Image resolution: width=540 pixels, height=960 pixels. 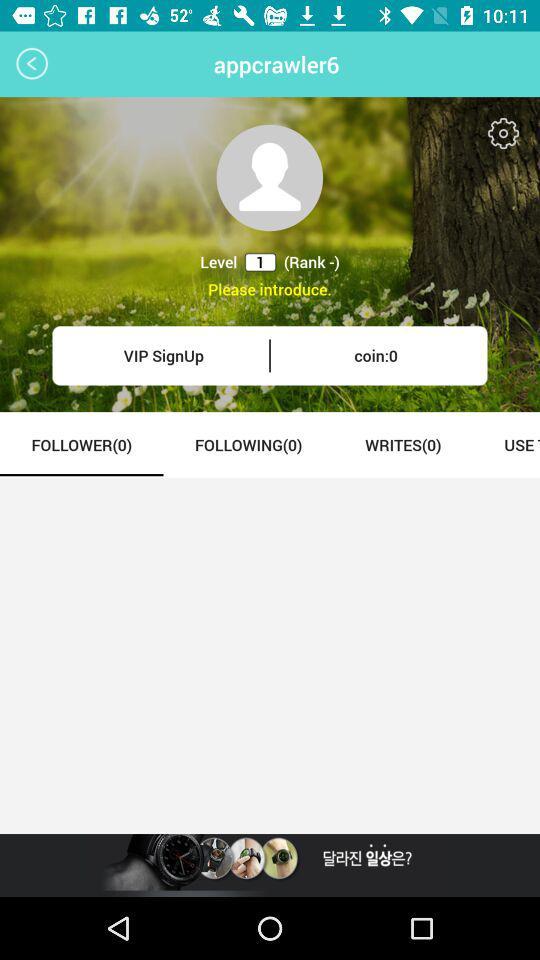 I want to click on app below the please introduce. item, so click(x=162, y=355).